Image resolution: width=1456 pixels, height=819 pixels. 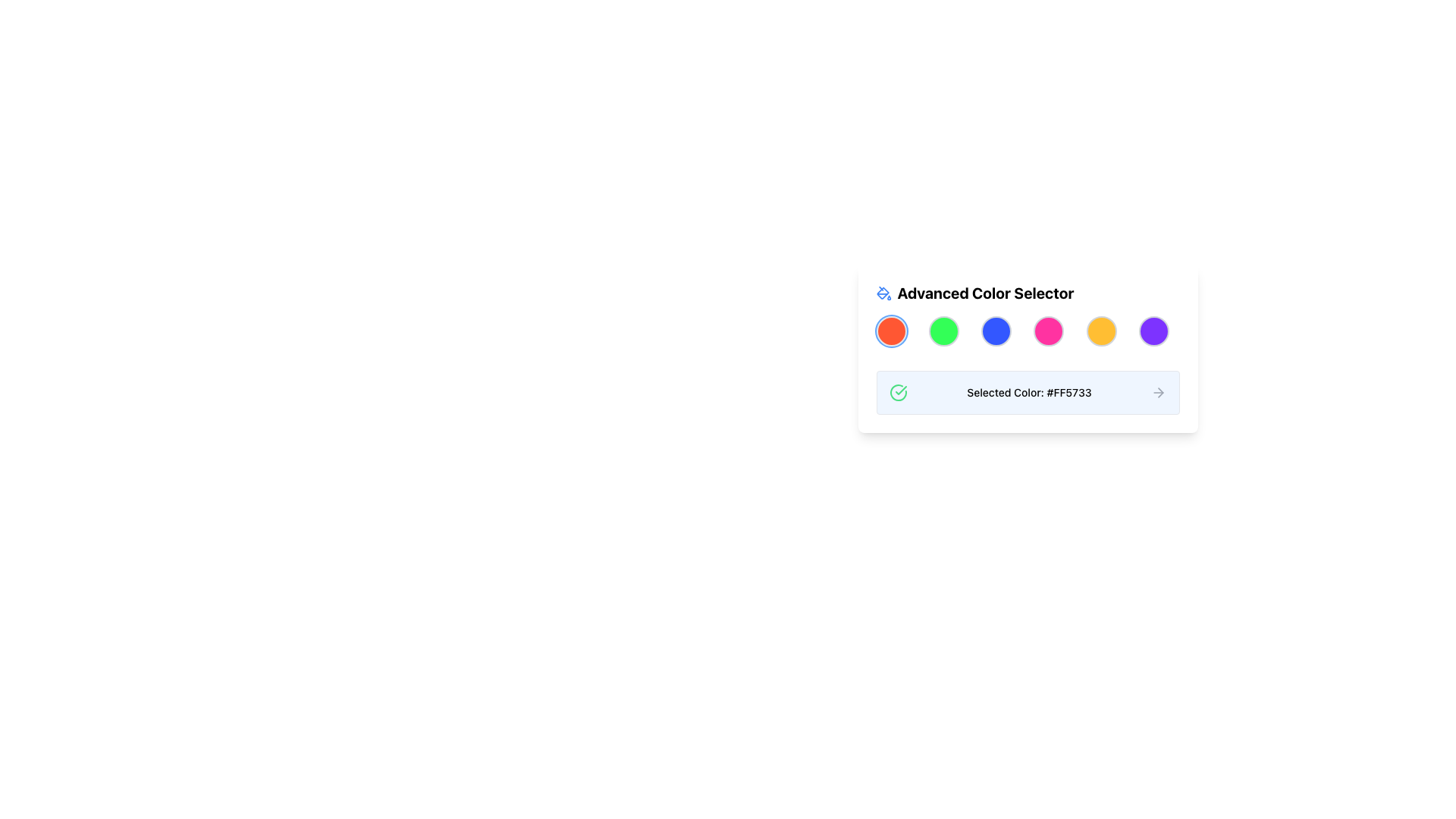 What do you see at coordinates (1028, 330) in the screenshot?
I see `any circle in the Grid of Circular Buttons` at bounding box center [1028, 330].